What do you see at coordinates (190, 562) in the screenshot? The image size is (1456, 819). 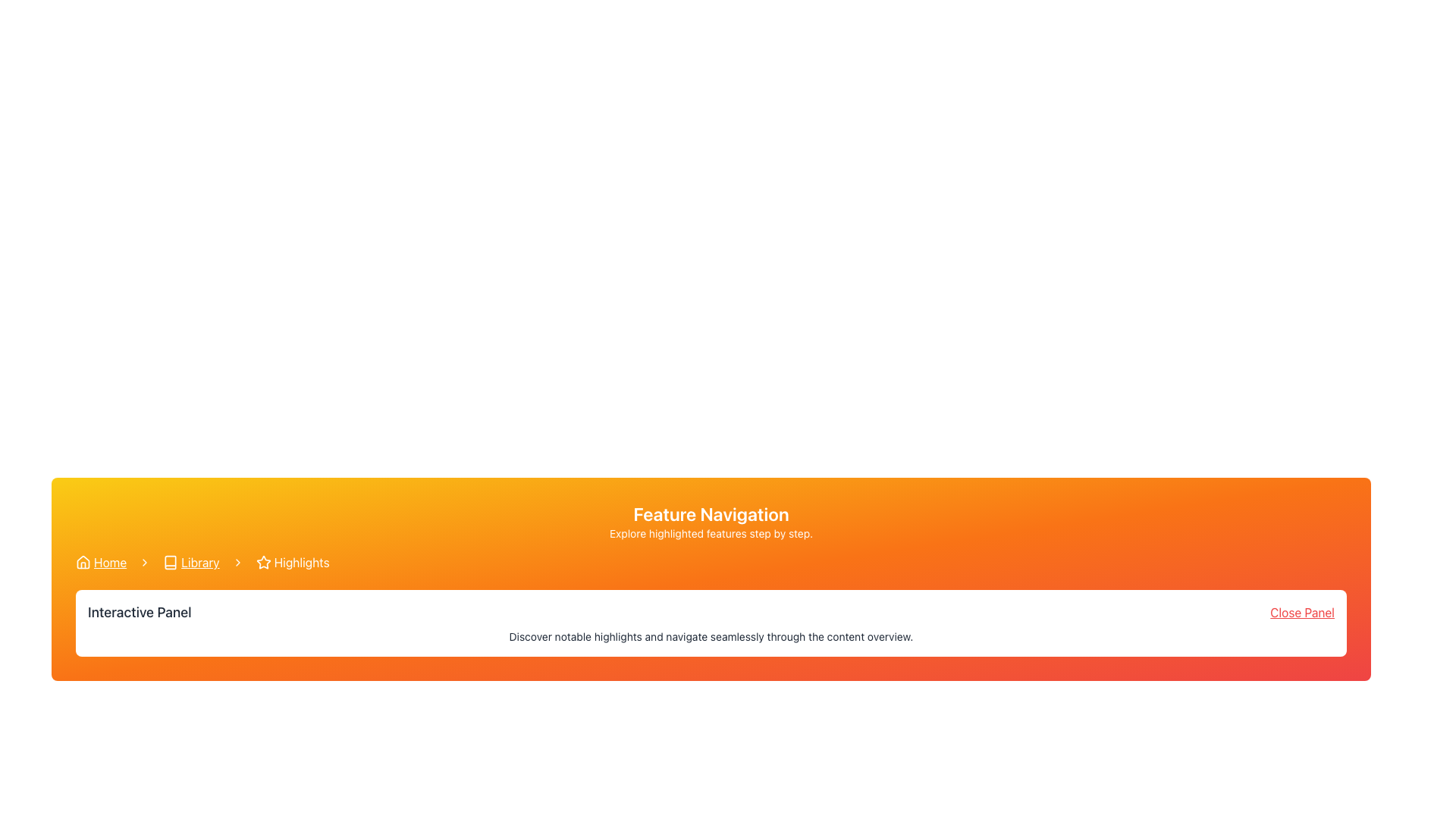 I see `the 'Library' breadcrumb item, which features an outlined book icon and is visually centered in the breadcrumb navigation bar, located between 'Home' and 'Highlights'` at bounding box center [190, 562].